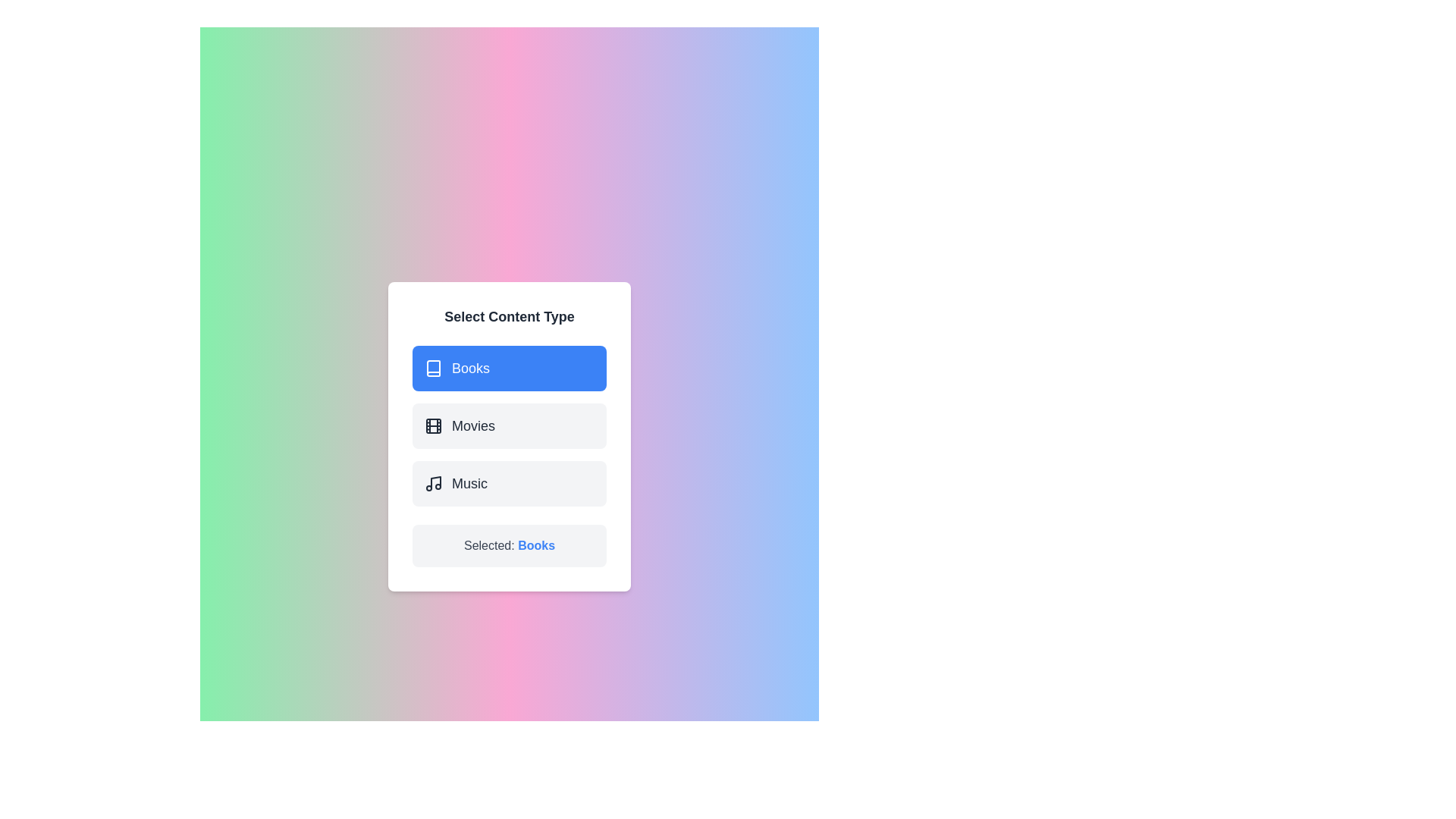  Describe the element at coordinates (472, 426) in the screenshot. I see `the text label reading 'Movies' which is displayed in gray next to a film-related icon in a selection card` at that location.